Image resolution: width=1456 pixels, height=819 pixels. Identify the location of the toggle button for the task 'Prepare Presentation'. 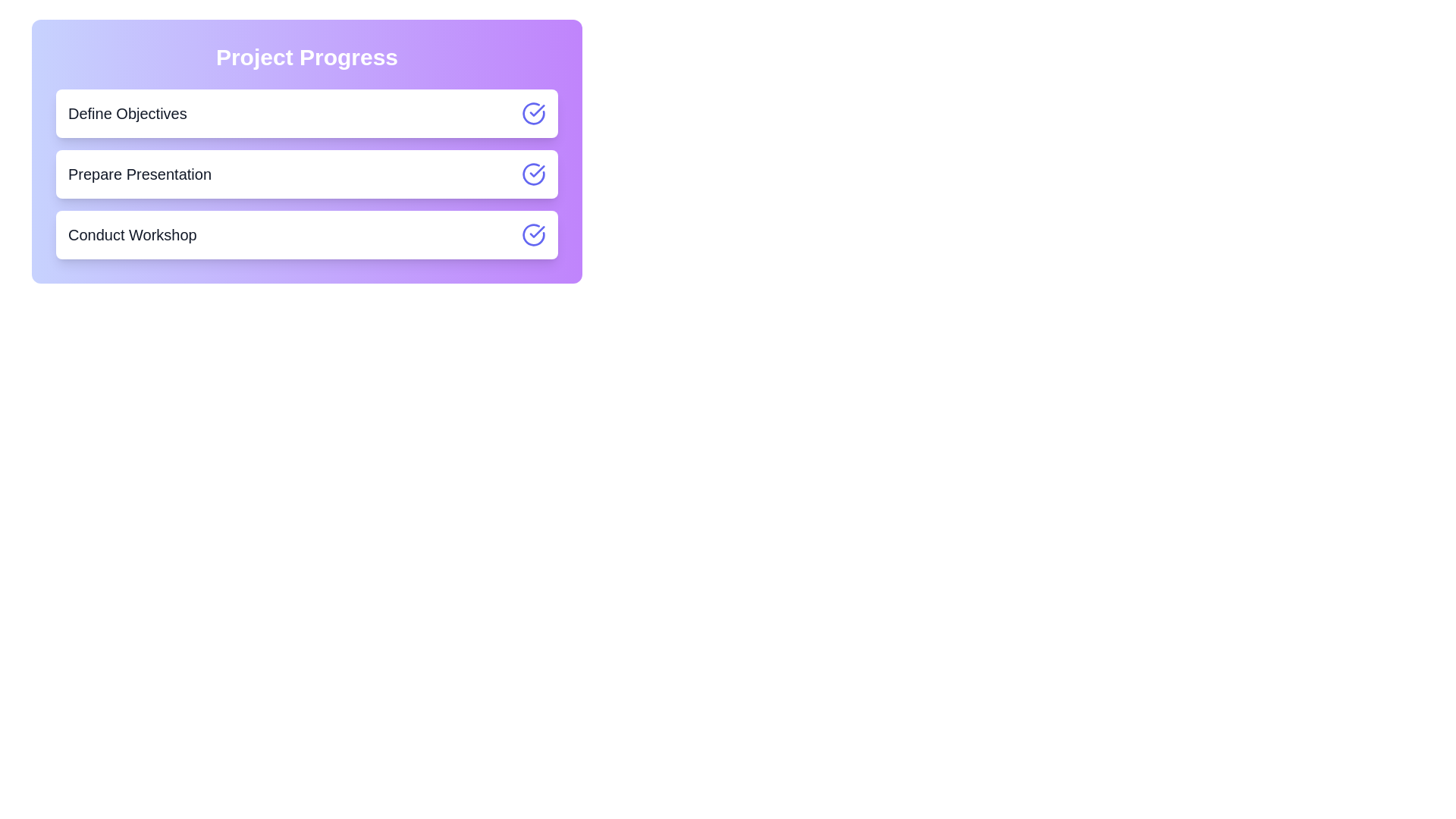
(534, 174).